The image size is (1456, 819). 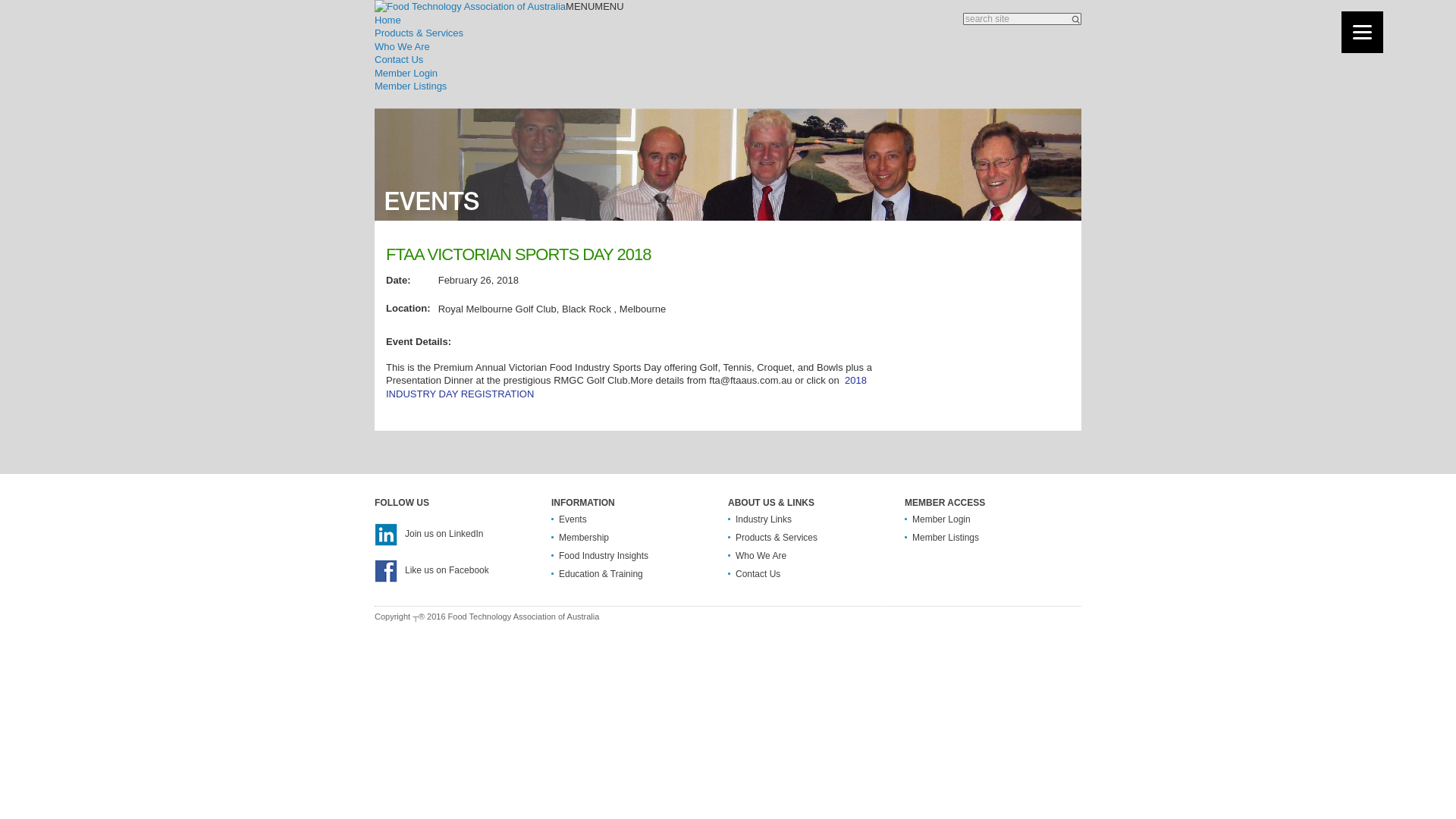 I want to click on 'Industry Links', so click(x=764, y=519).